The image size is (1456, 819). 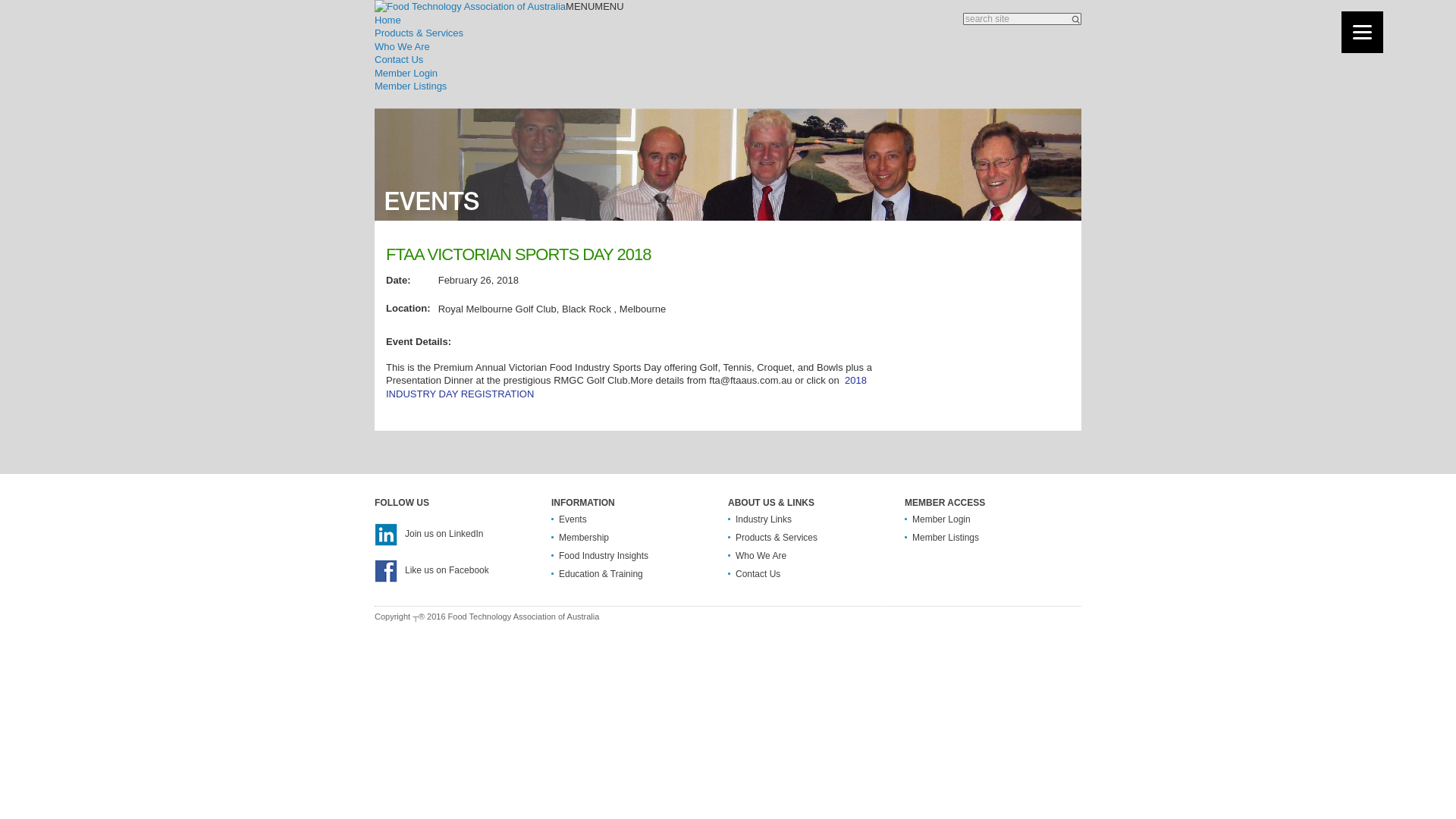 I want to click on 'Industry Links', so click(x=764, y=519).